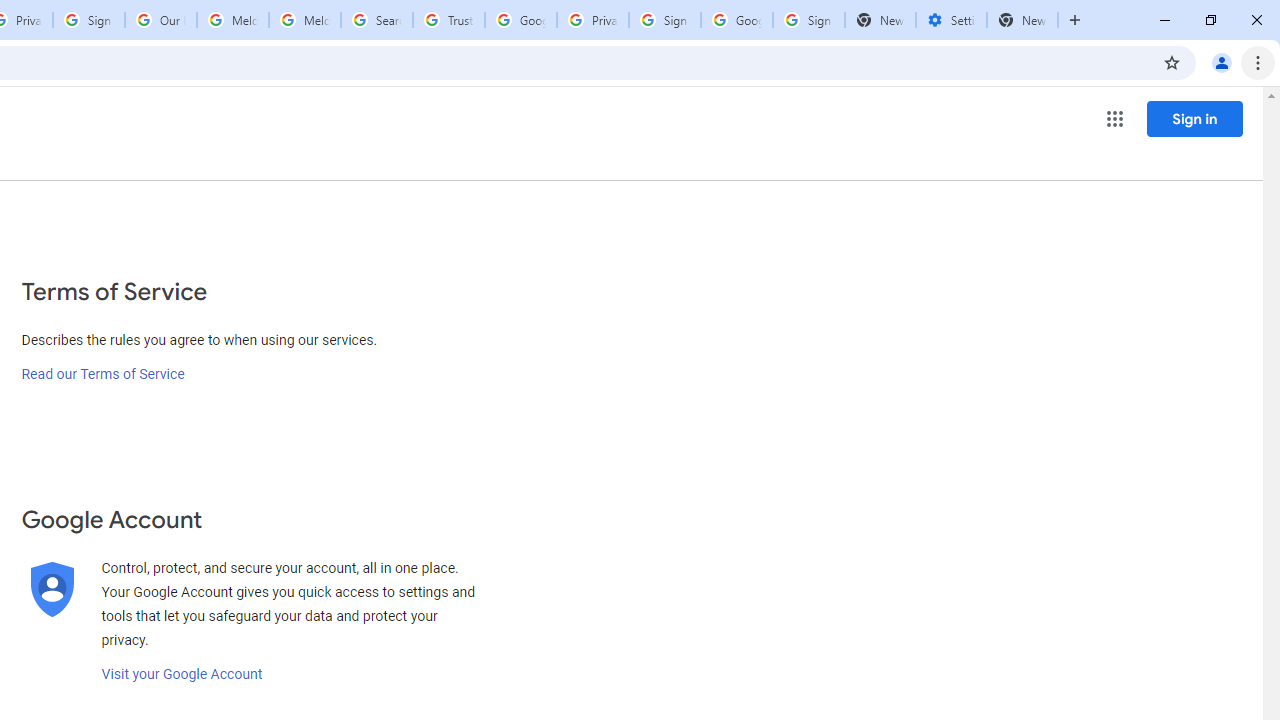 This screenshot has width=1280, height=720. What do you see at coordinates (520, 20) in the screenshot?
I see `'Google Ads - Sign in'` at bounding box center [520, 20].